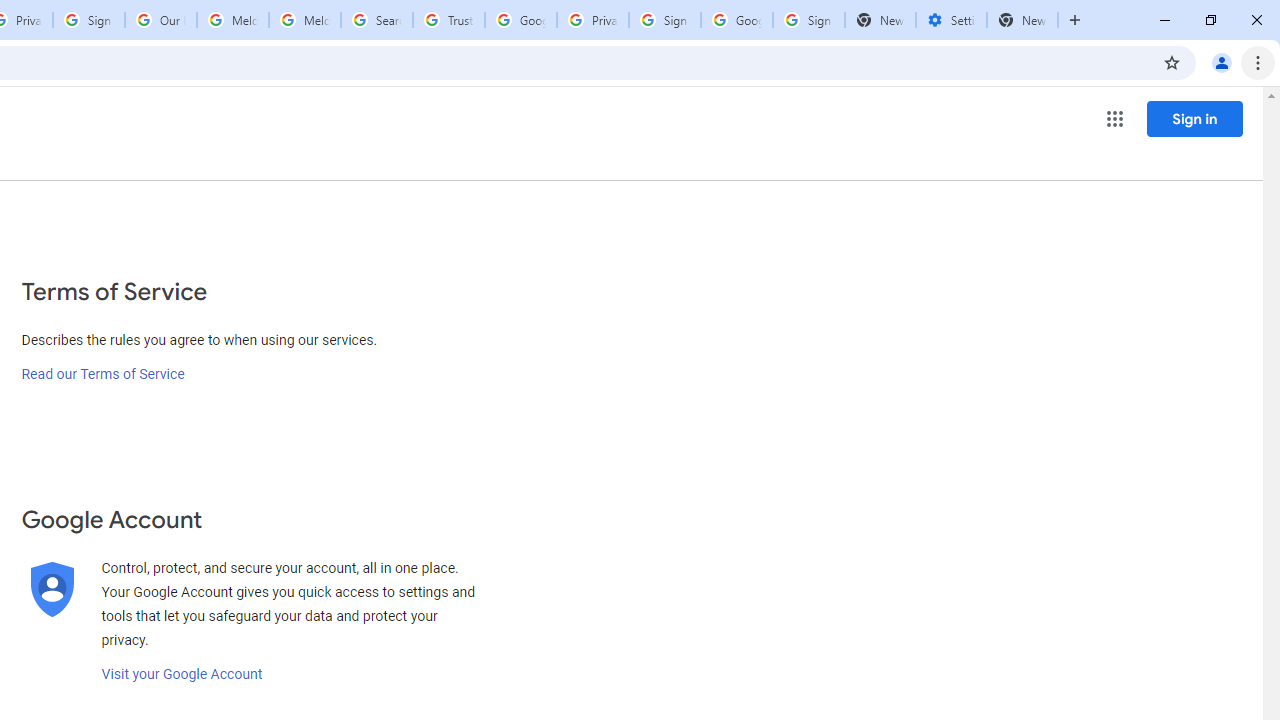 This screenshot has width=1280, height=720. What do you see at coordinates (520, 20) in the screenshot?
I see `'Google Ads - Sign in'` at bounding box center [520, 20].